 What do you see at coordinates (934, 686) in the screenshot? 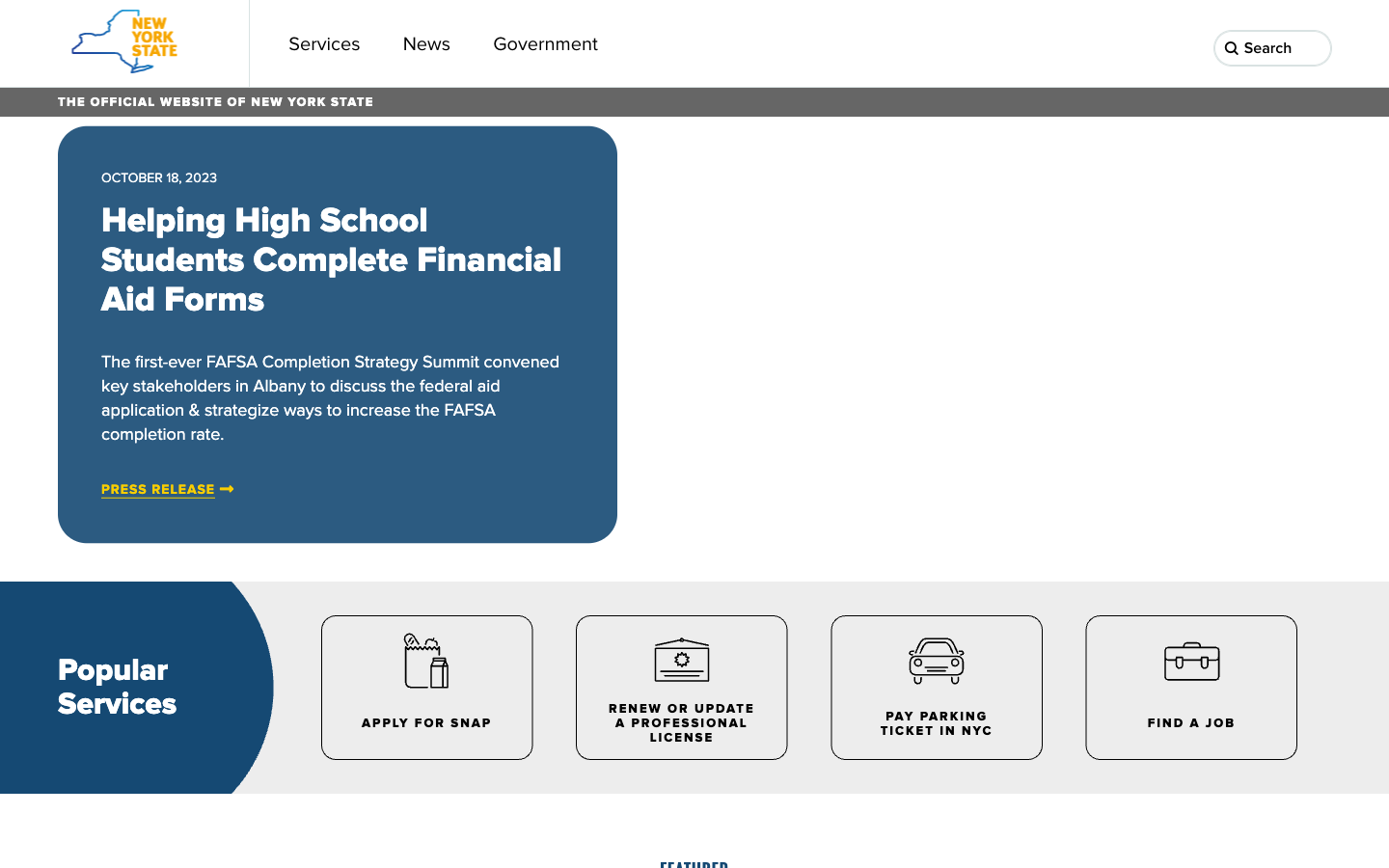
I see `the page to settle parking charges in NYC from the lower panel` at bounding box center [934, 686].